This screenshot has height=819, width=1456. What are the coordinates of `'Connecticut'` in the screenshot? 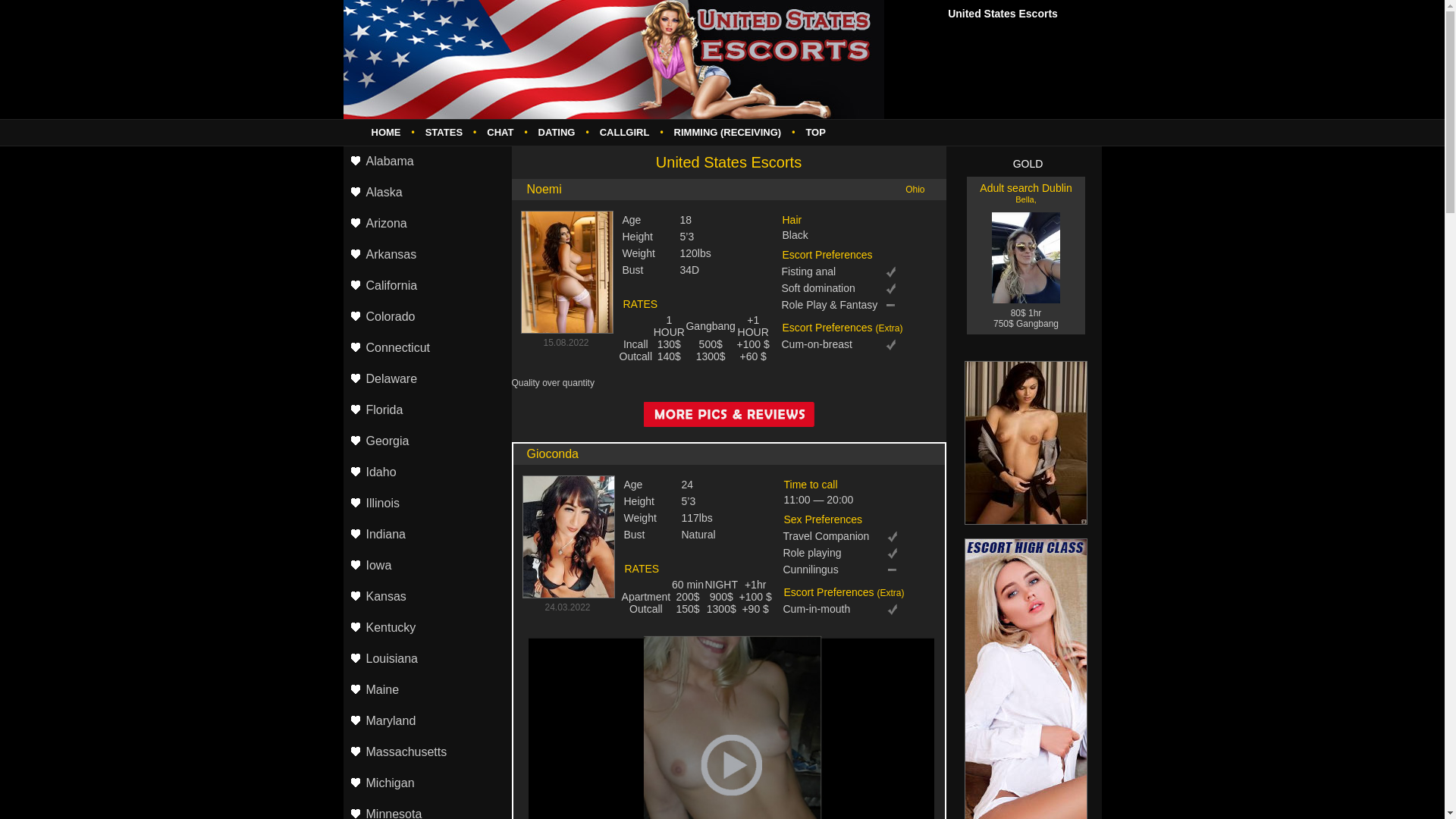 It's located at (425, 348).